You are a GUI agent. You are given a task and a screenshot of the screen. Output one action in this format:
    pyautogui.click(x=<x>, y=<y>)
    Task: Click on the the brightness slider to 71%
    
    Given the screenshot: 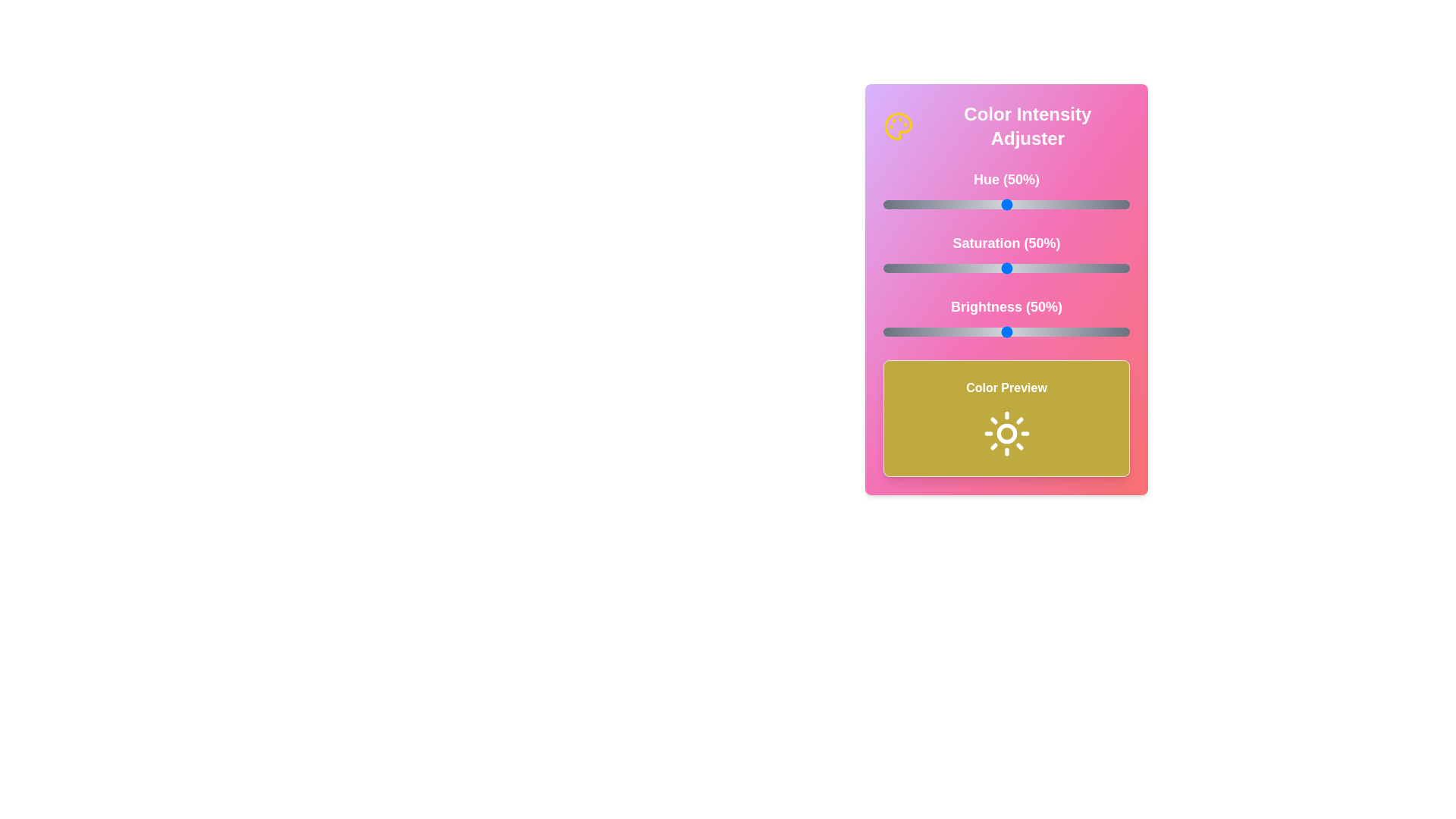 What is the action you would take?
    pyautogui.click(x=1057, y=331)
    